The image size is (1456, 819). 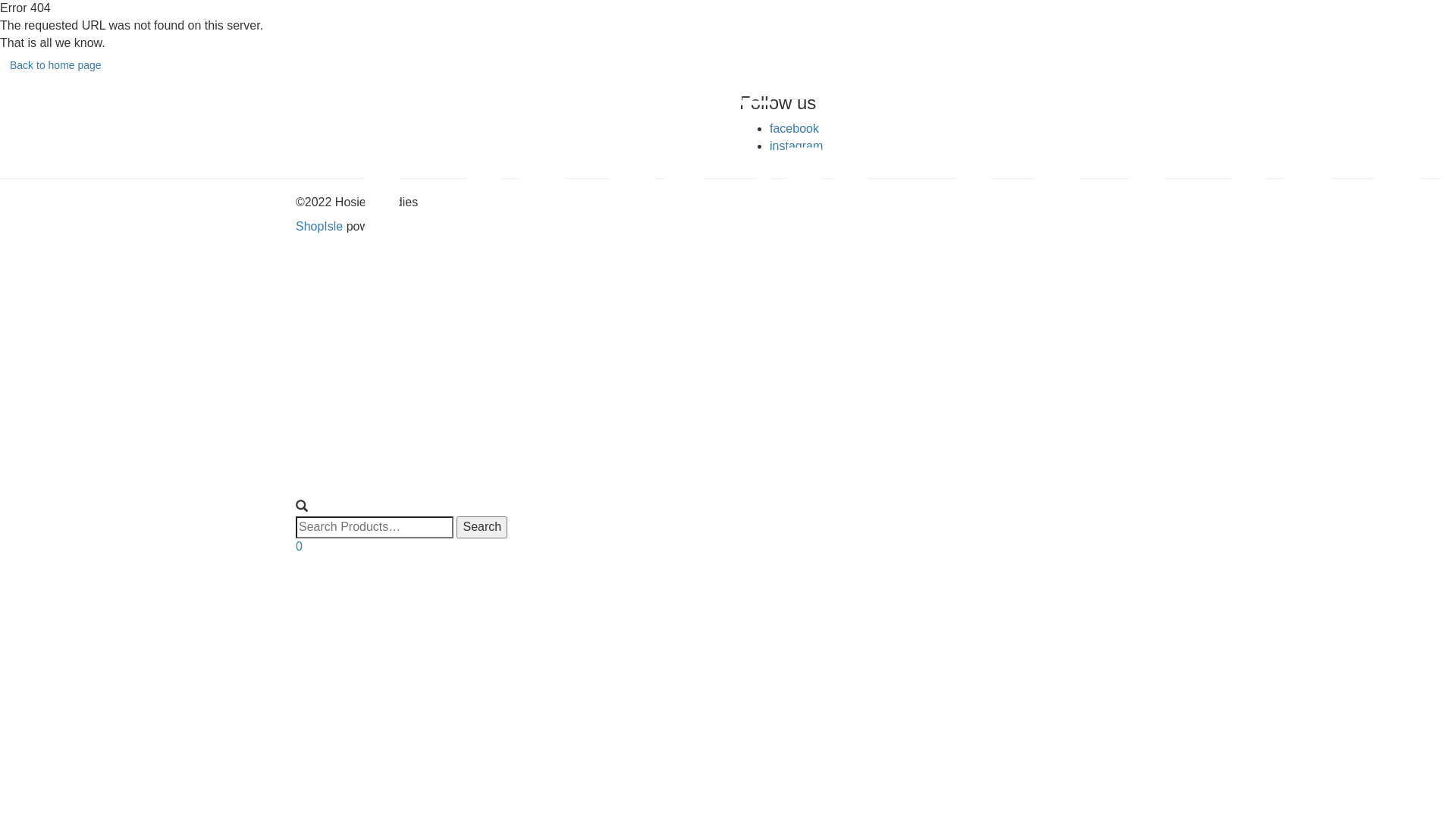 I want to click on 'instagram', so click(x=769, y=146).